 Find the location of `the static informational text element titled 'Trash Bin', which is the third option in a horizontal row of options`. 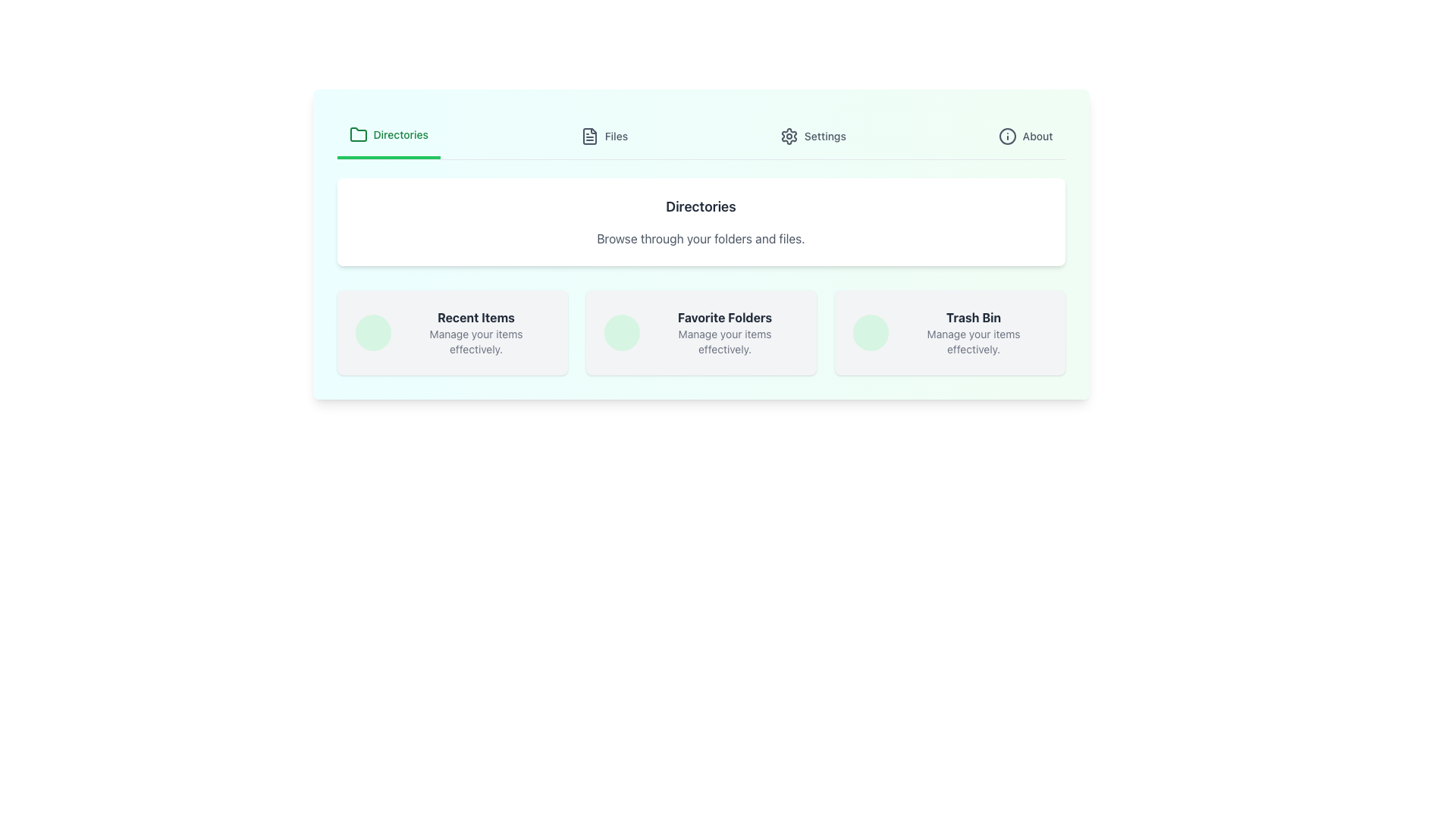

the static informational text element titled 'Trash Bin', which is the third option in a horizontal row of options is located at coordinates (974, 332).